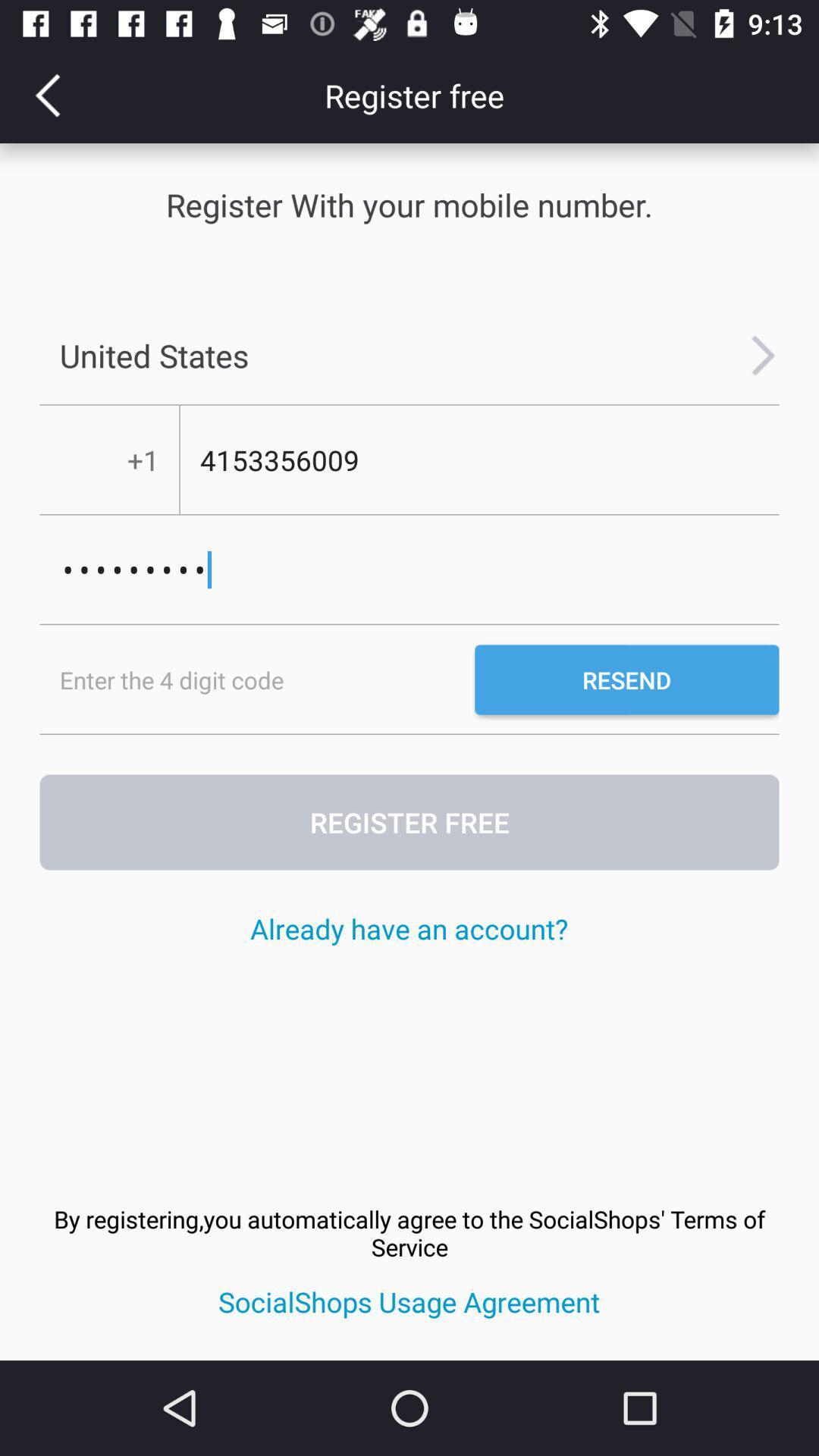 The image size is (819, 1456). What do you see at coordinates (763, 355) in the screenshot?
I see `right scroll button` at bounding box center [763, 355].